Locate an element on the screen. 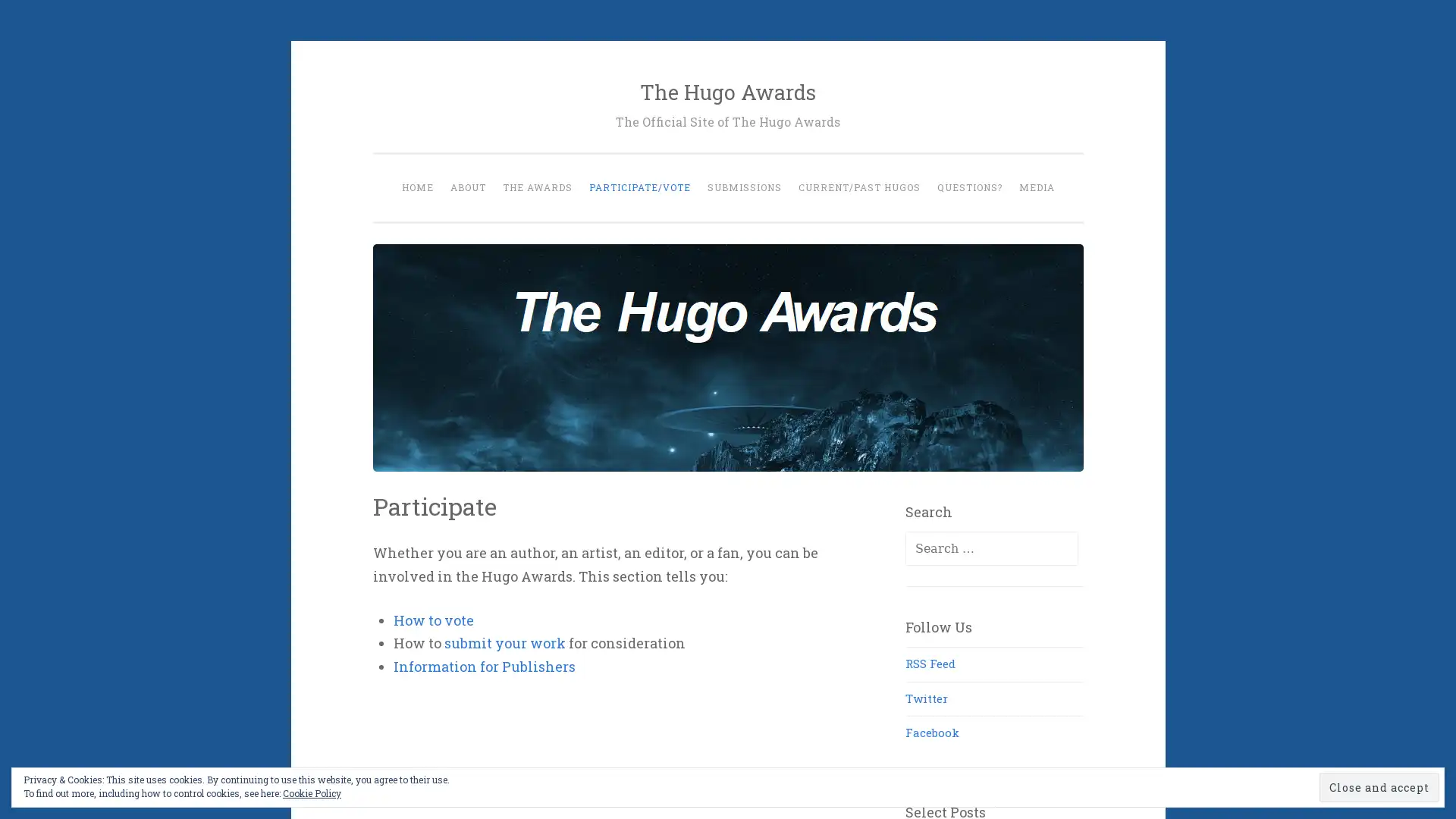 The width and height of the screenshot is (1456, 819). Close and accept is located at coordinates (1379, 786).